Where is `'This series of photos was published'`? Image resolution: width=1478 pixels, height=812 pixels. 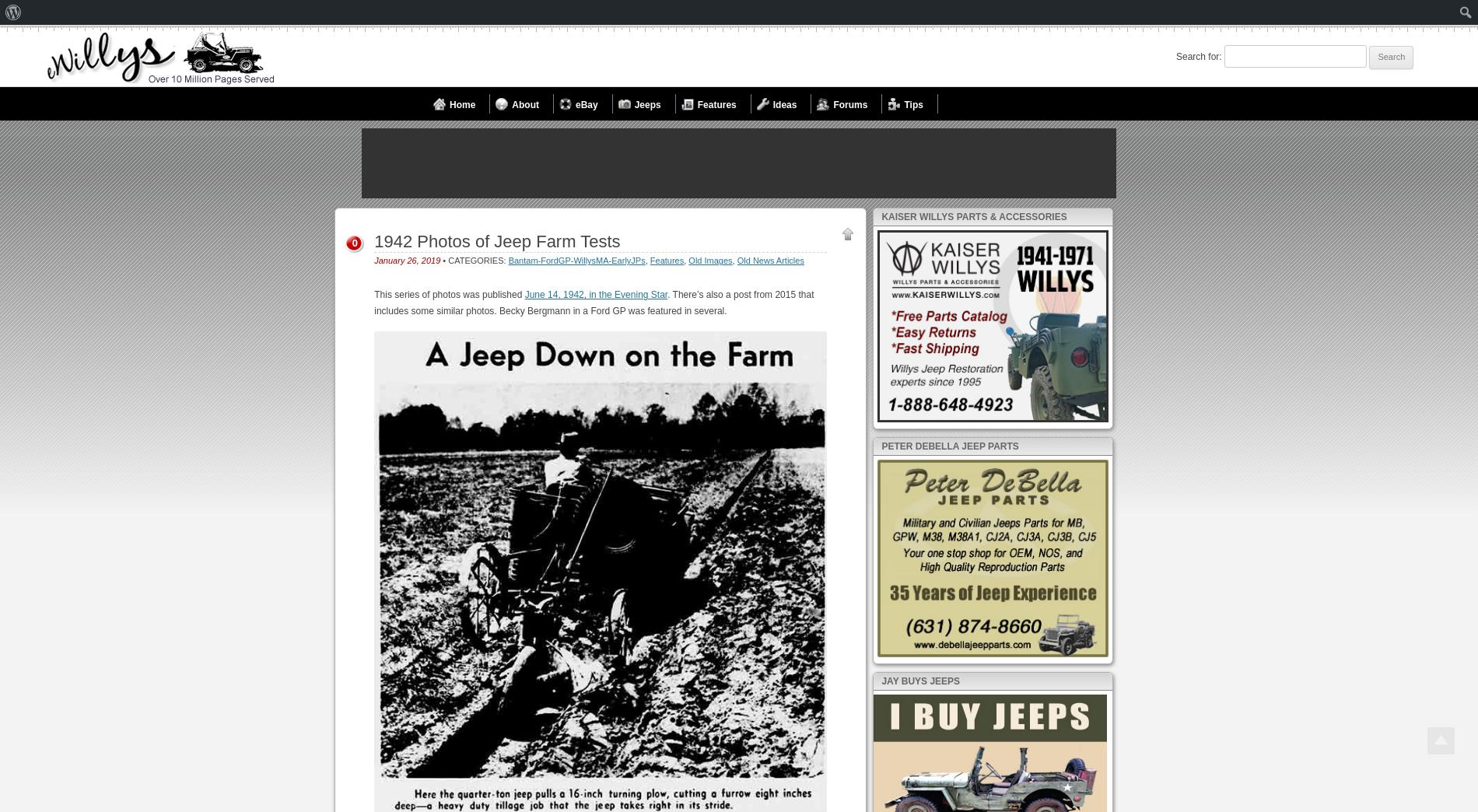 'This series of photos was published' is located at coordinates (449, 294).